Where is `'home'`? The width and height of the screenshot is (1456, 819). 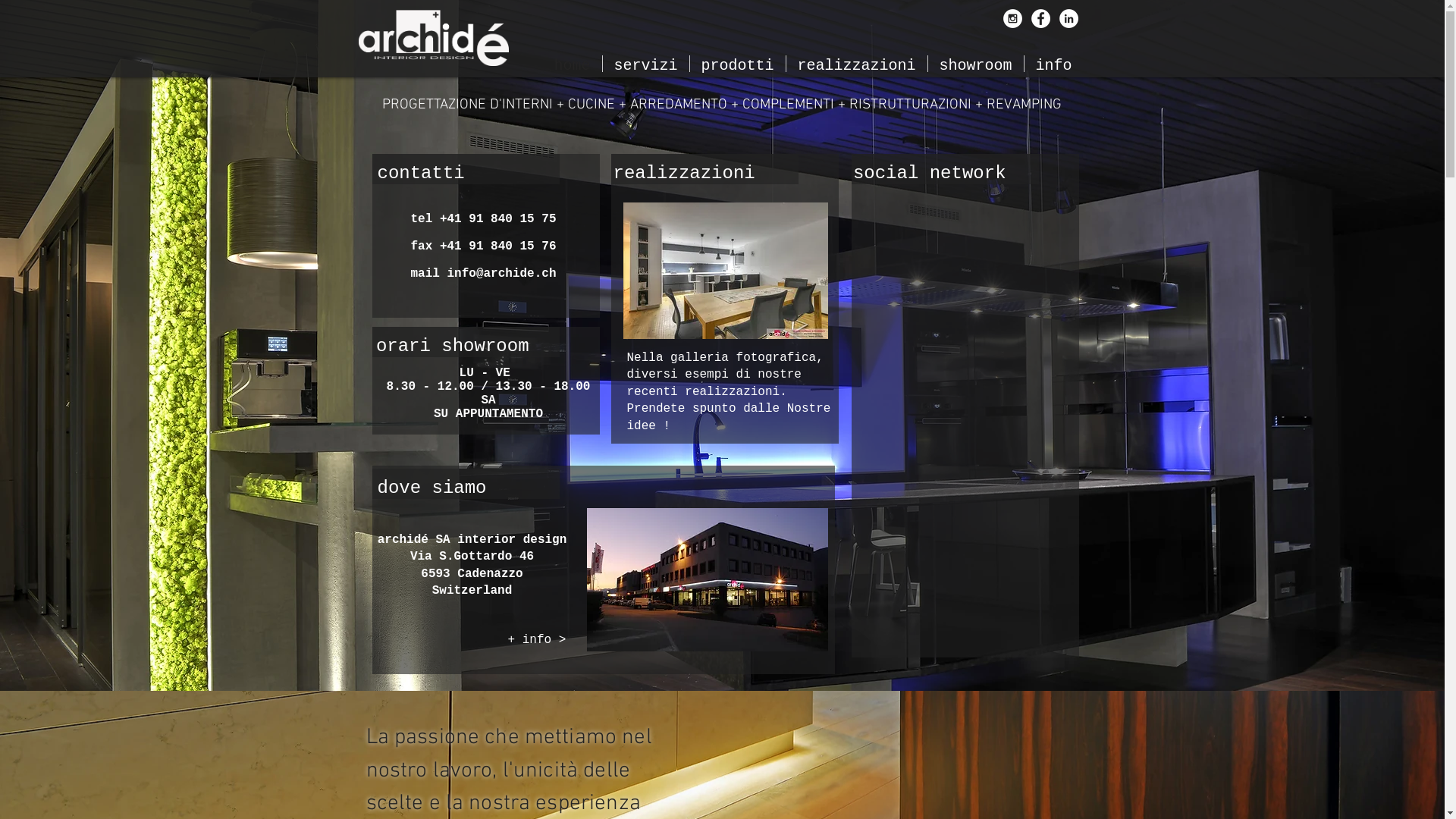 'home' is located at coordinates (571, 63).